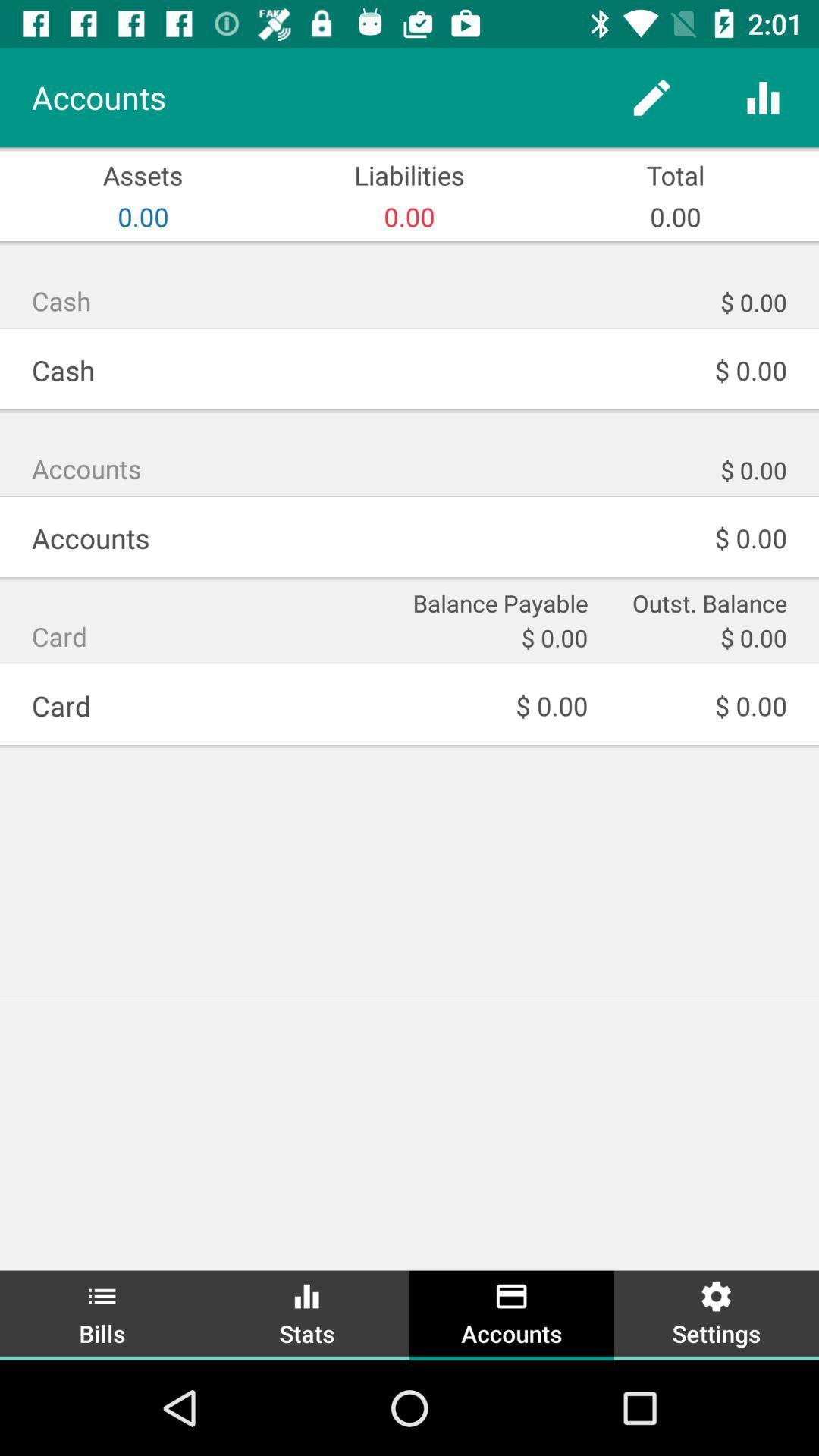 Image resolution: width=819 pixels, height=1456 pixels. I want to click on the edit icon, so click(651, 96).